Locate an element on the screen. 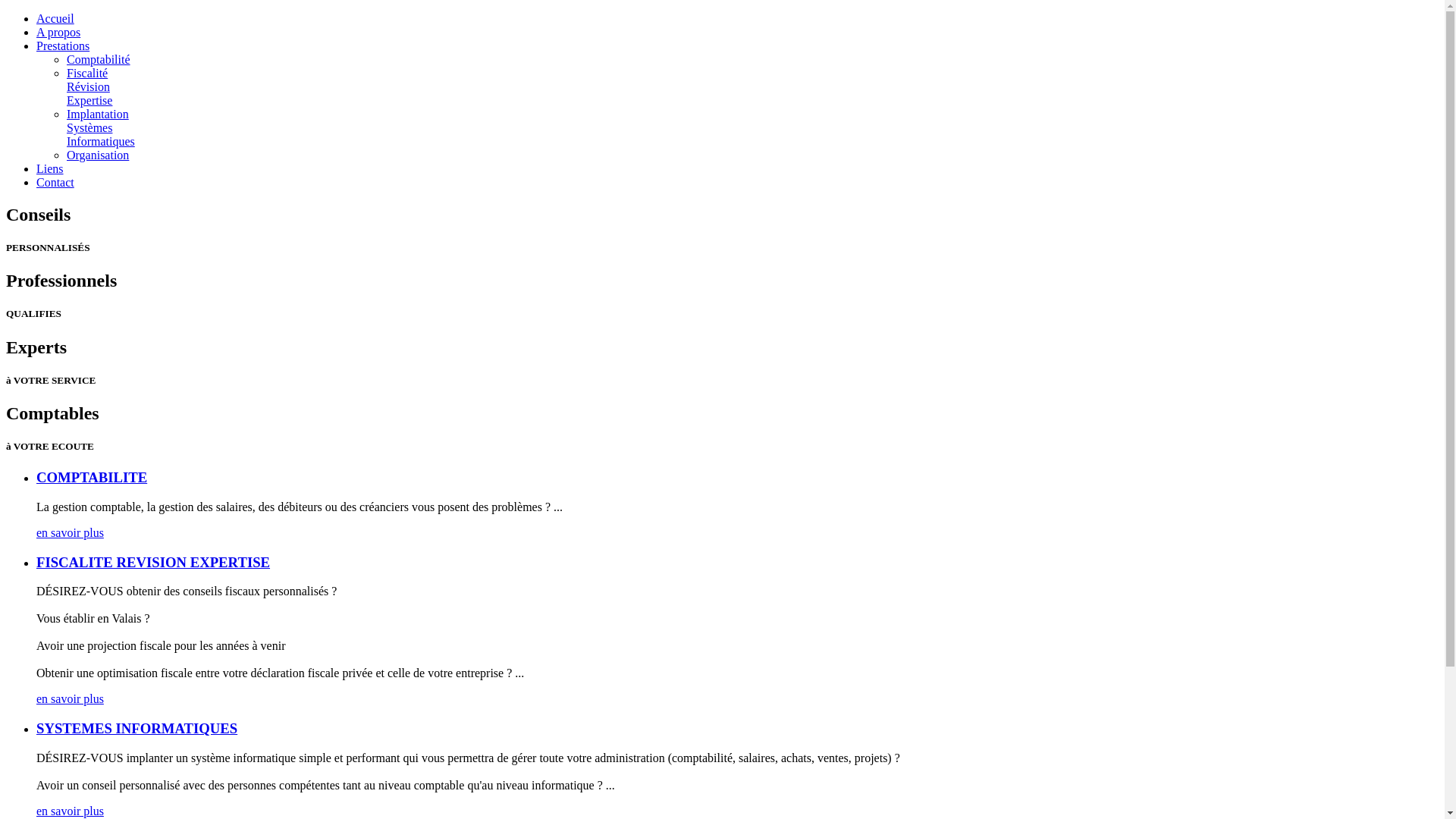 Image resolution: width=1456 pixels, height=819 pixels. 'FISCALITE REVISION EXPERTISE' is located at coordinates (36, 562).